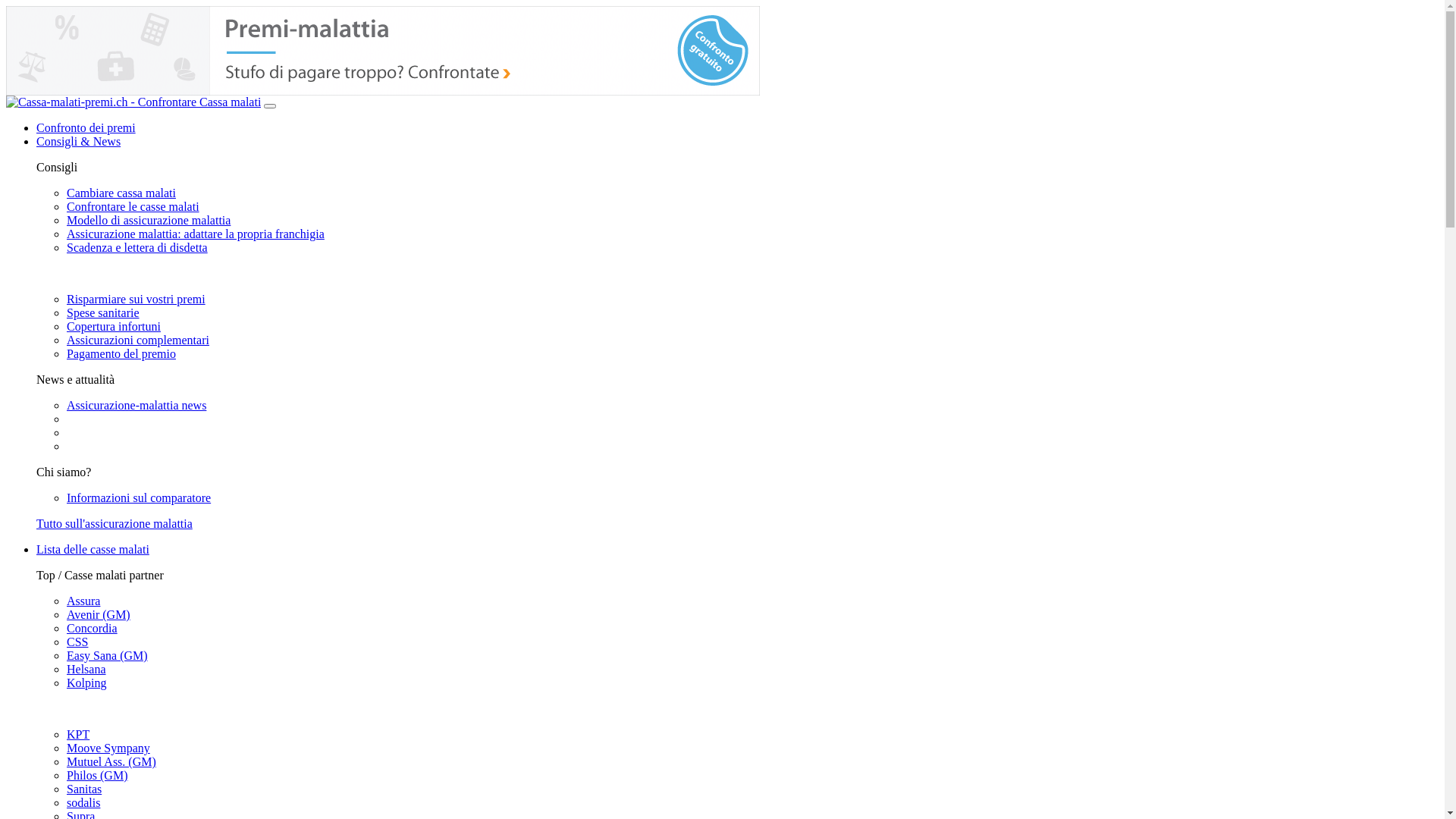  I want to click on 'CSS', so click(76, 642).